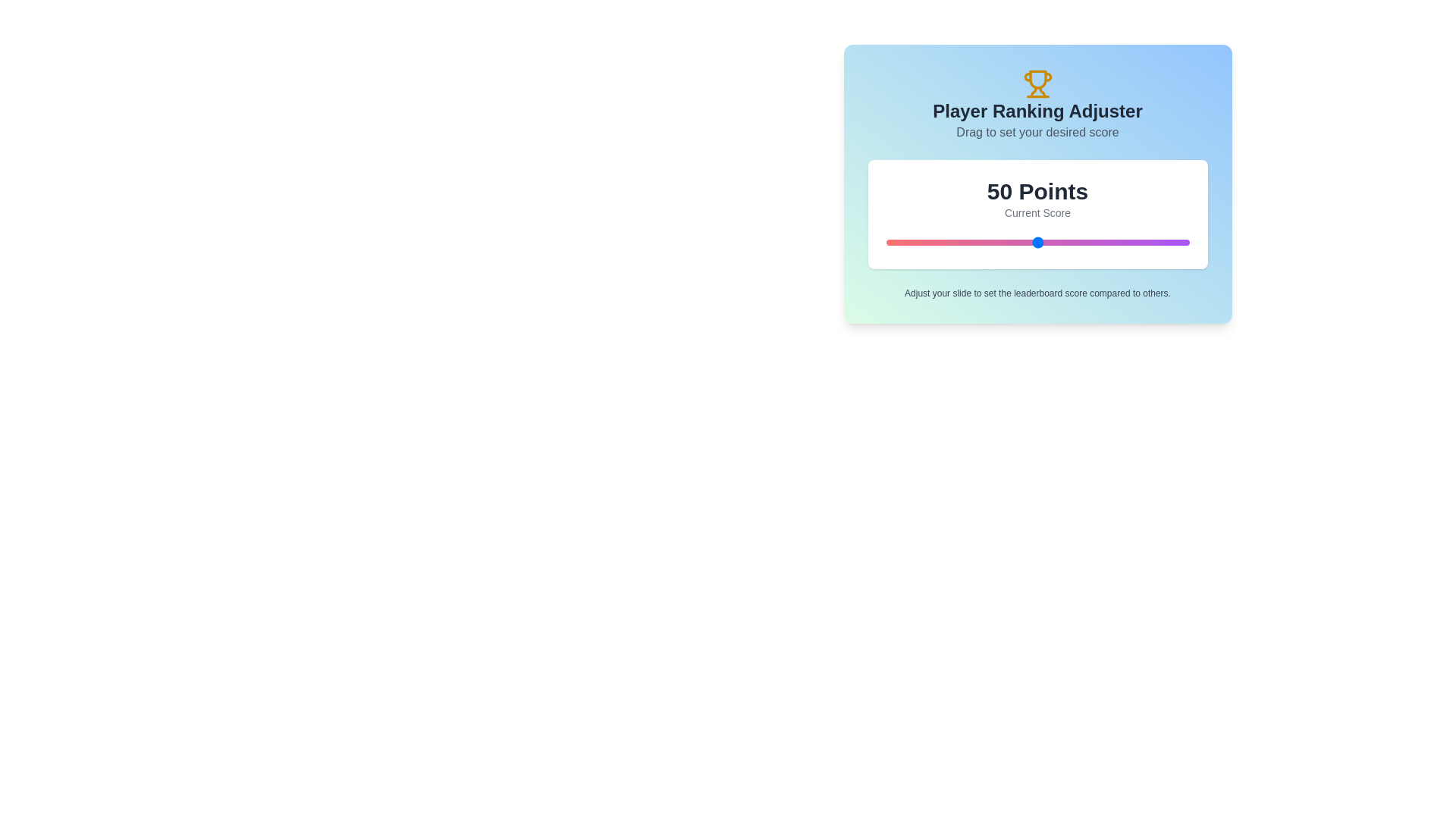 The height and width of the screenshot is (819, 1456). I want to click on the slider to set the score to 42, so click(1013, 242).